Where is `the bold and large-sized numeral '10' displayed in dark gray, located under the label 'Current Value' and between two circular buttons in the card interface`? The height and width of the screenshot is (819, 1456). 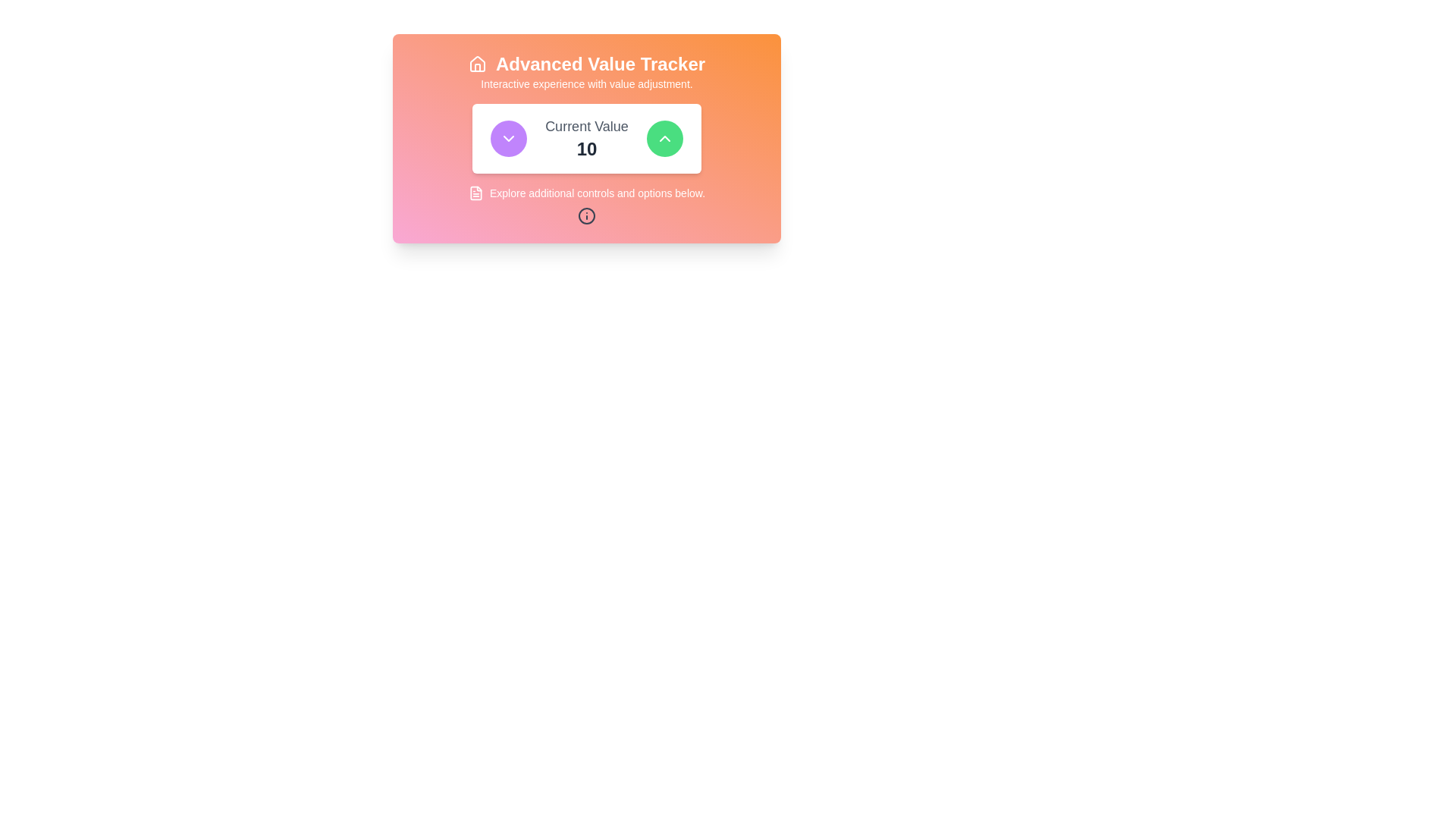
the bold and large-sized numeral '10' displayed in dark gray, located under the label 'Current Value' and between two circular buttons in the card interface is located at coordinates (585, 149).